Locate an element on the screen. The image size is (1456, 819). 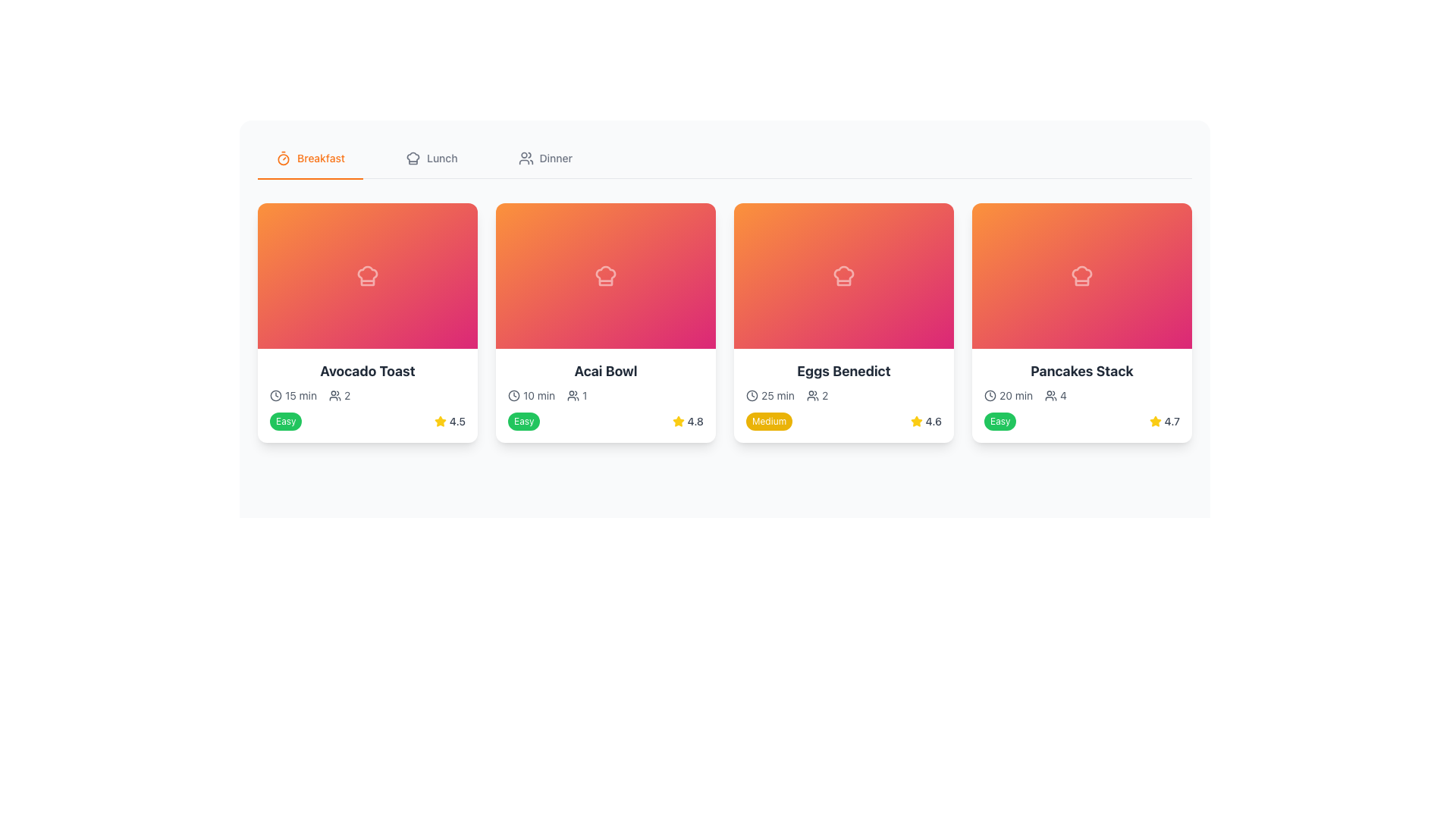
the text label displaying the rating value for the 'Pancakes Stack' meal card, which is located in the bottom-right corner of the card, next to a star icon is located at coordinates (1171, 421).